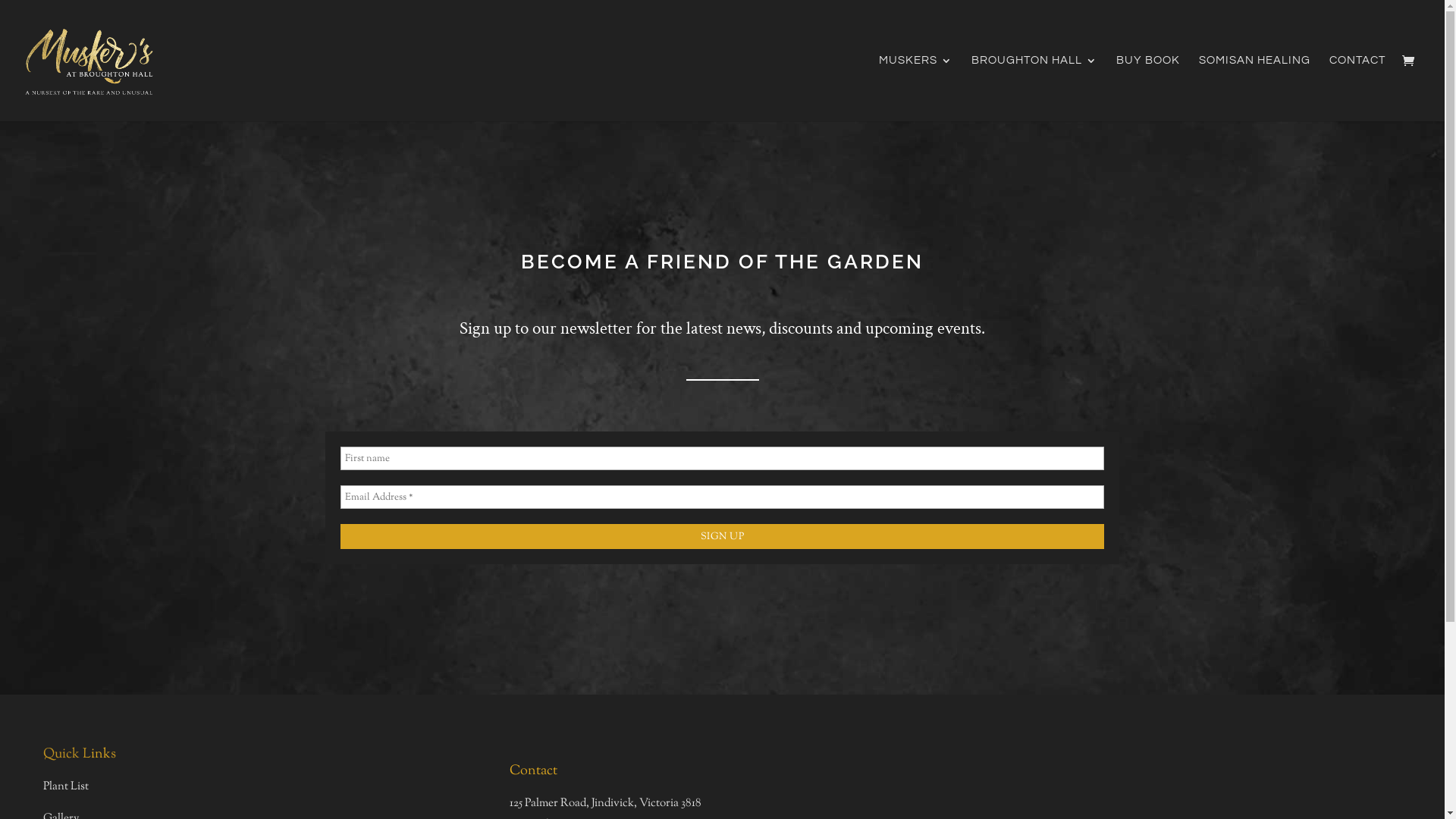 Image resolution: width=1456 pixels, height=819 pixels. I want to click on 'BROUGHTON HALL', so click(1033, 88).